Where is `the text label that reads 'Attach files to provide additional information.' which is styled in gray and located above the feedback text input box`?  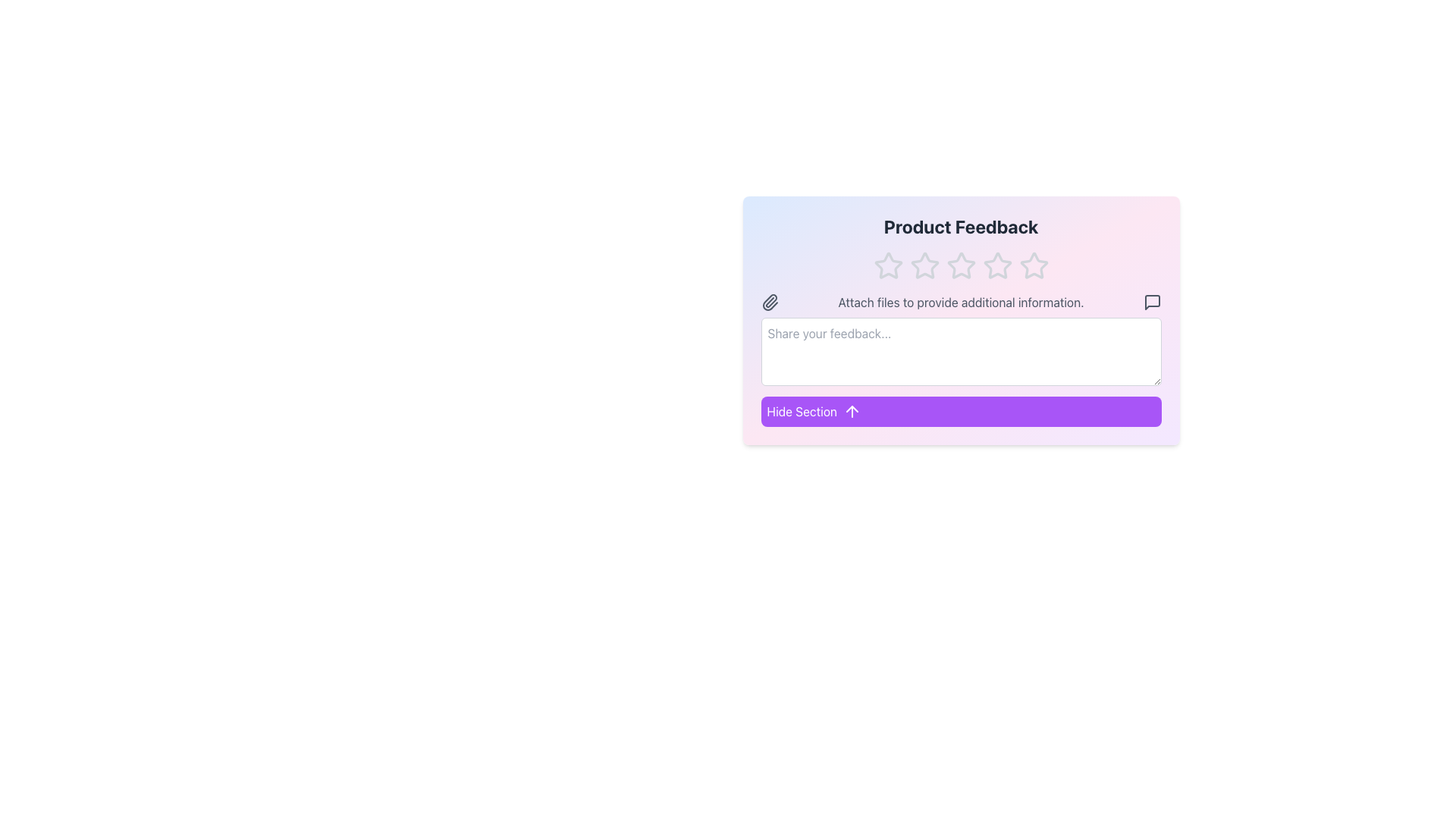
the text label that reads 'Attach files to provide additional information.' which is styled in gray and located above the feedback text input box is located at coordinates (960, 302).